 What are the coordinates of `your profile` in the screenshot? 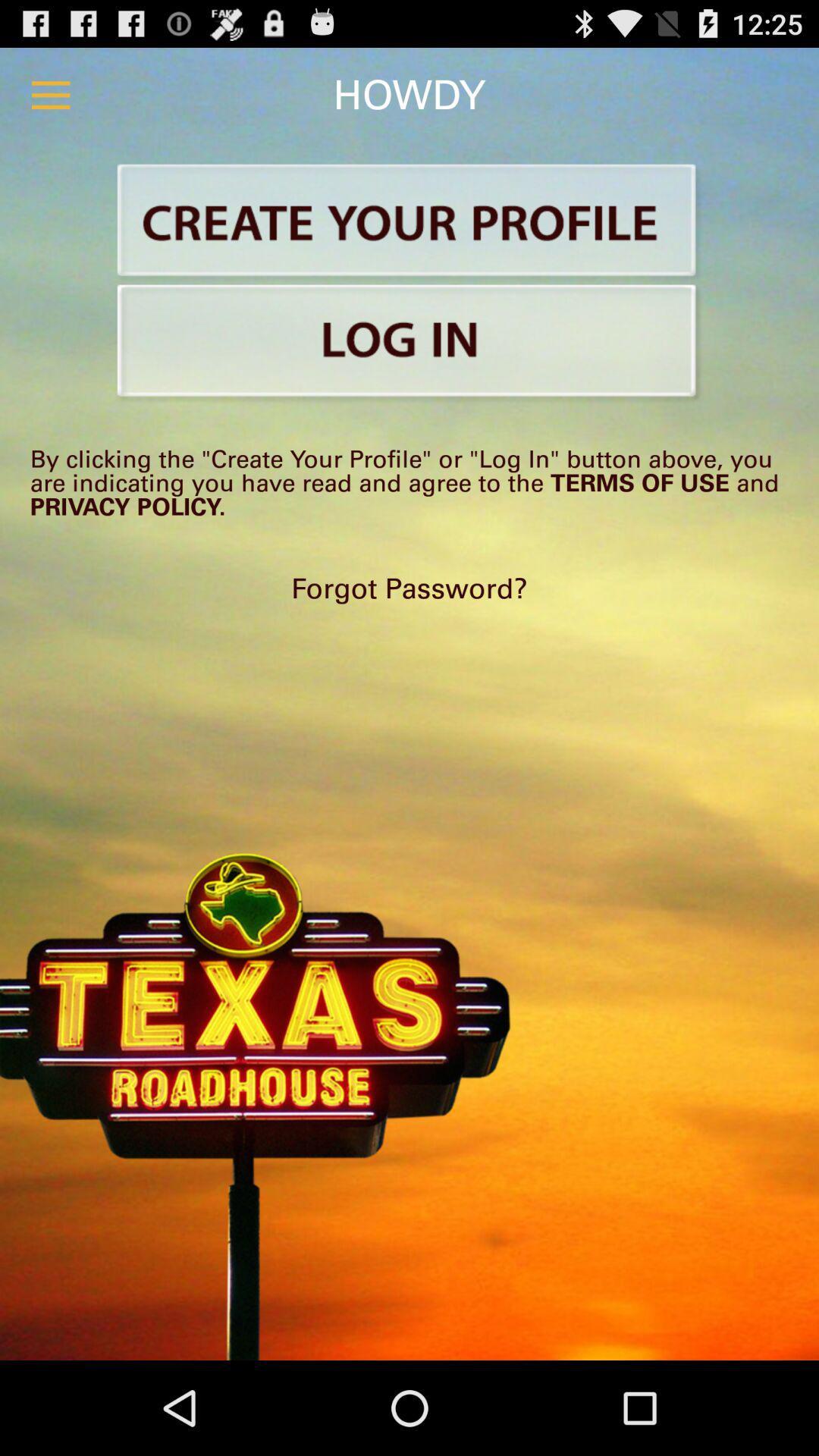 It's located at (409, 222).